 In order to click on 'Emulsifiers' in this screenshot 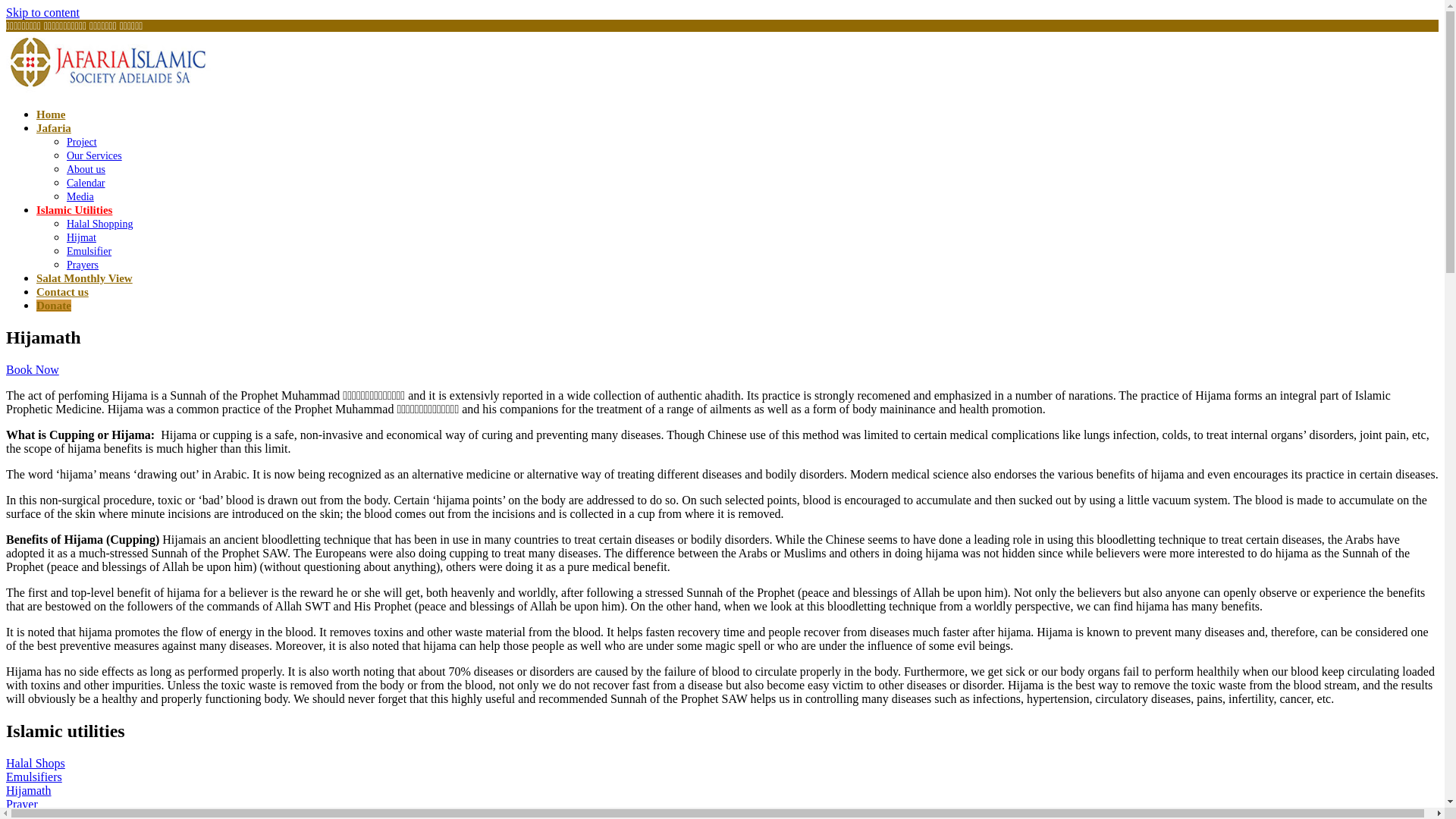, I will do `click(33, 777)`.